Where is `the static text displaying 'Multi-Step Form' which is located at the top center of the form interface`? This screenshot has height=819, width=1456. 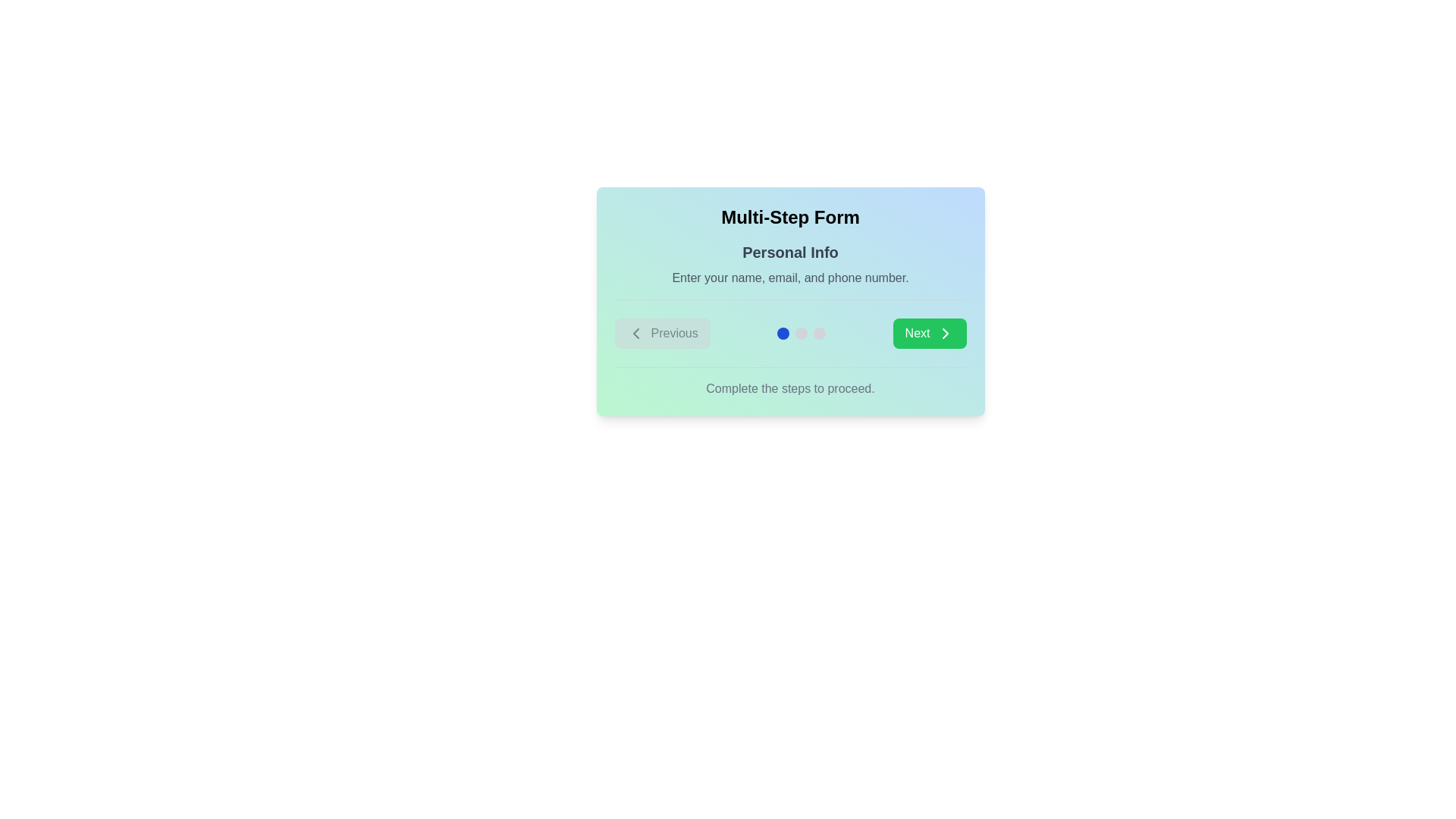
the static text displaying 'Multi-Step Form' which is located at the top center of the form interface is located at coordinates (789, 217).